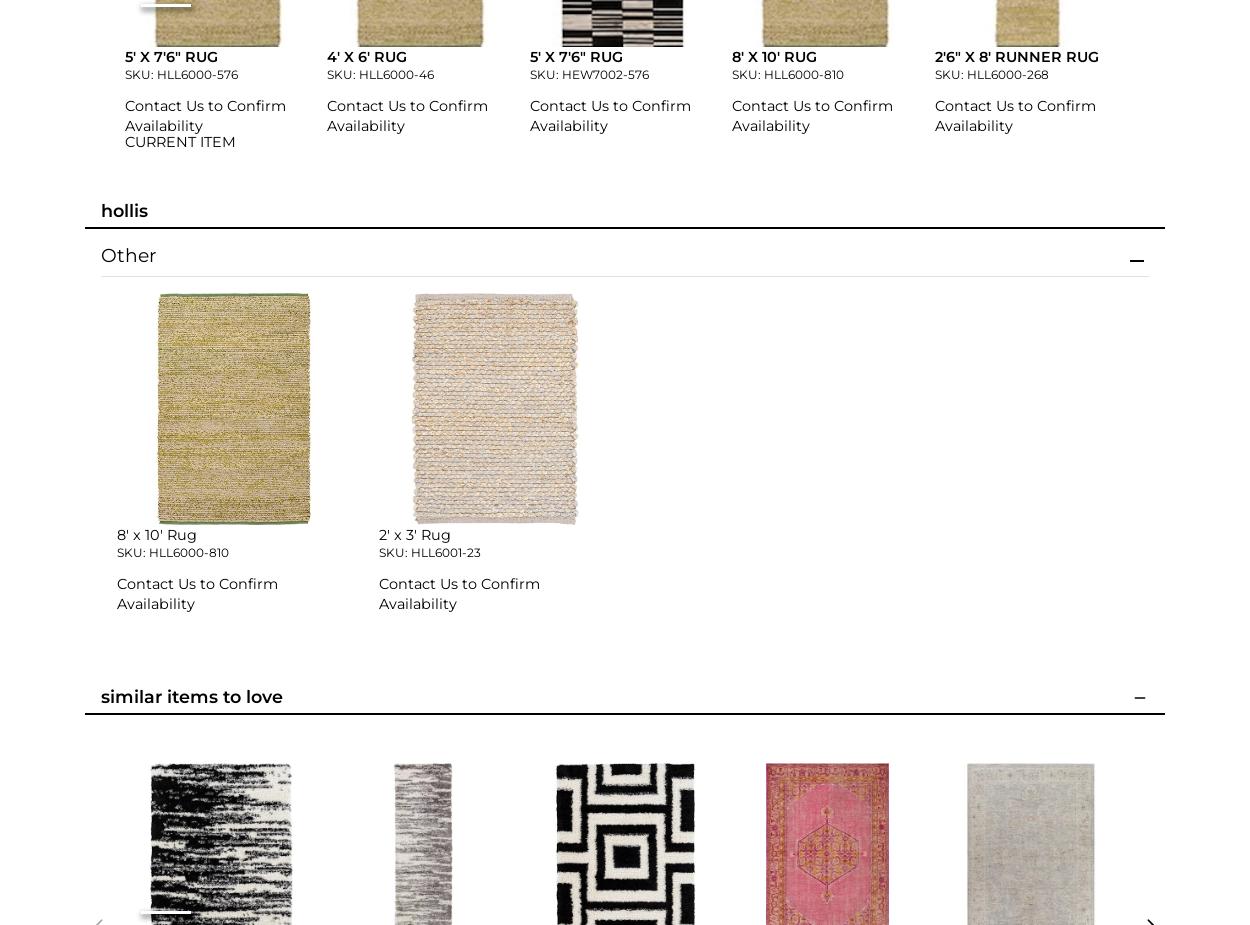 This screenshot has height=925, width=1250. I want to click on 'SKU: HLL6001-23', so click(429, 552).